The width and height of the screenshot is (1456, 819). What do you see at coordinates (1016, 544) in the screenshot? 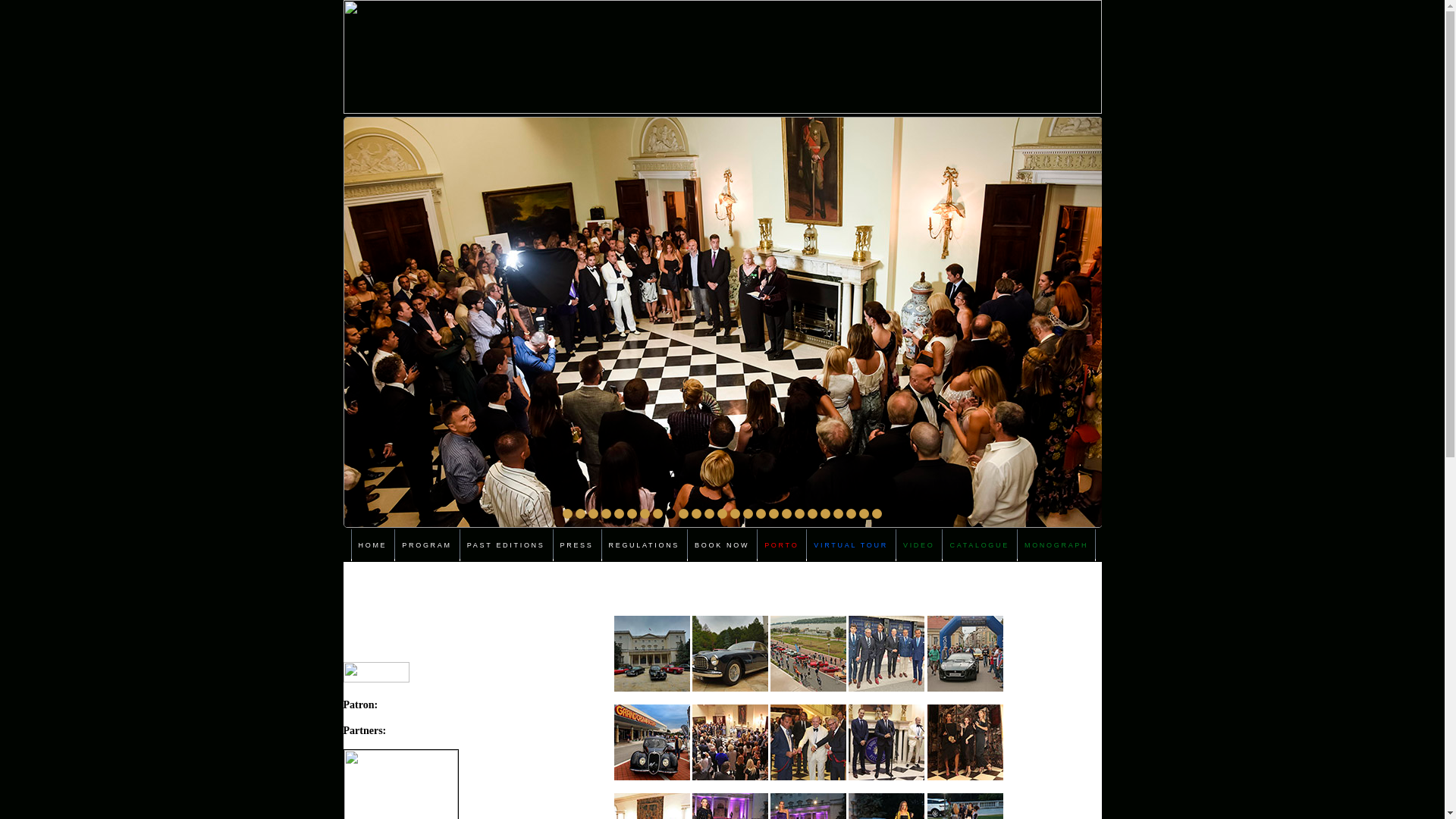
I see `'MONOGRAPH'` at bounding box center [1016, 544].